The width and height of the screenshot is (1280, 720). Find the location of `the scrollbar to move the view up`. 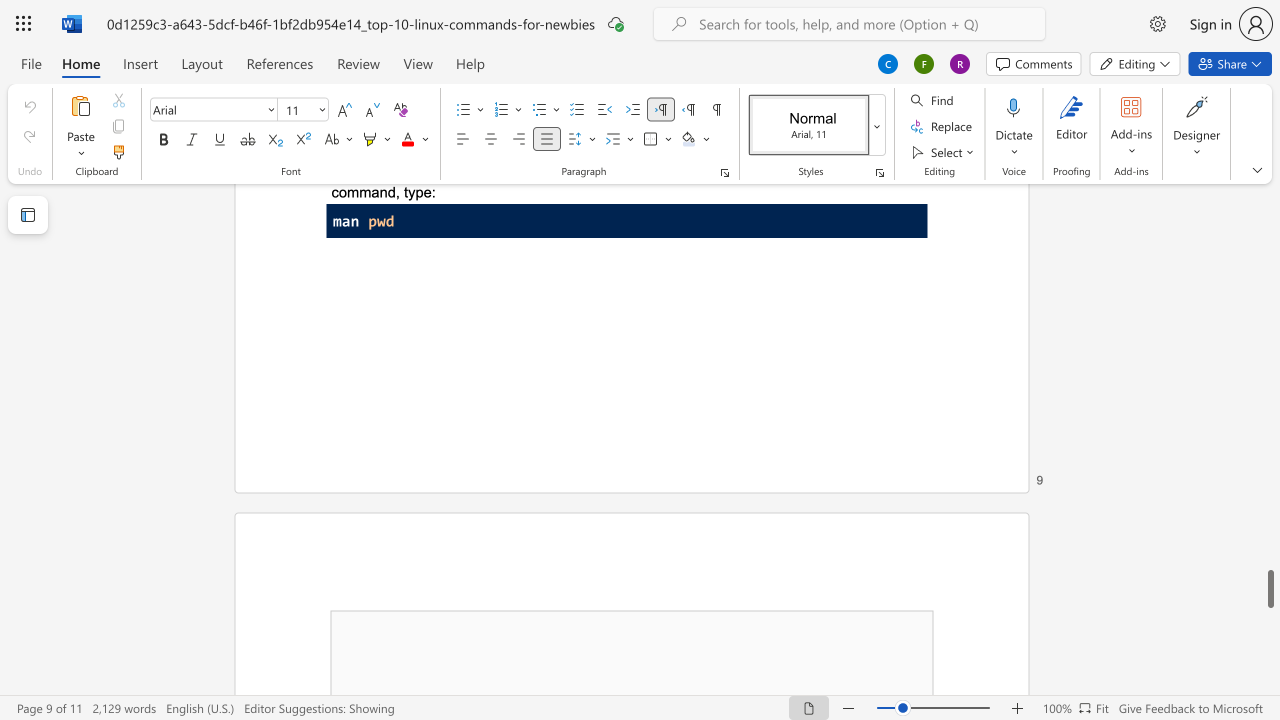

the scrollbar to move the view up is located at coordinates (1269, 418).